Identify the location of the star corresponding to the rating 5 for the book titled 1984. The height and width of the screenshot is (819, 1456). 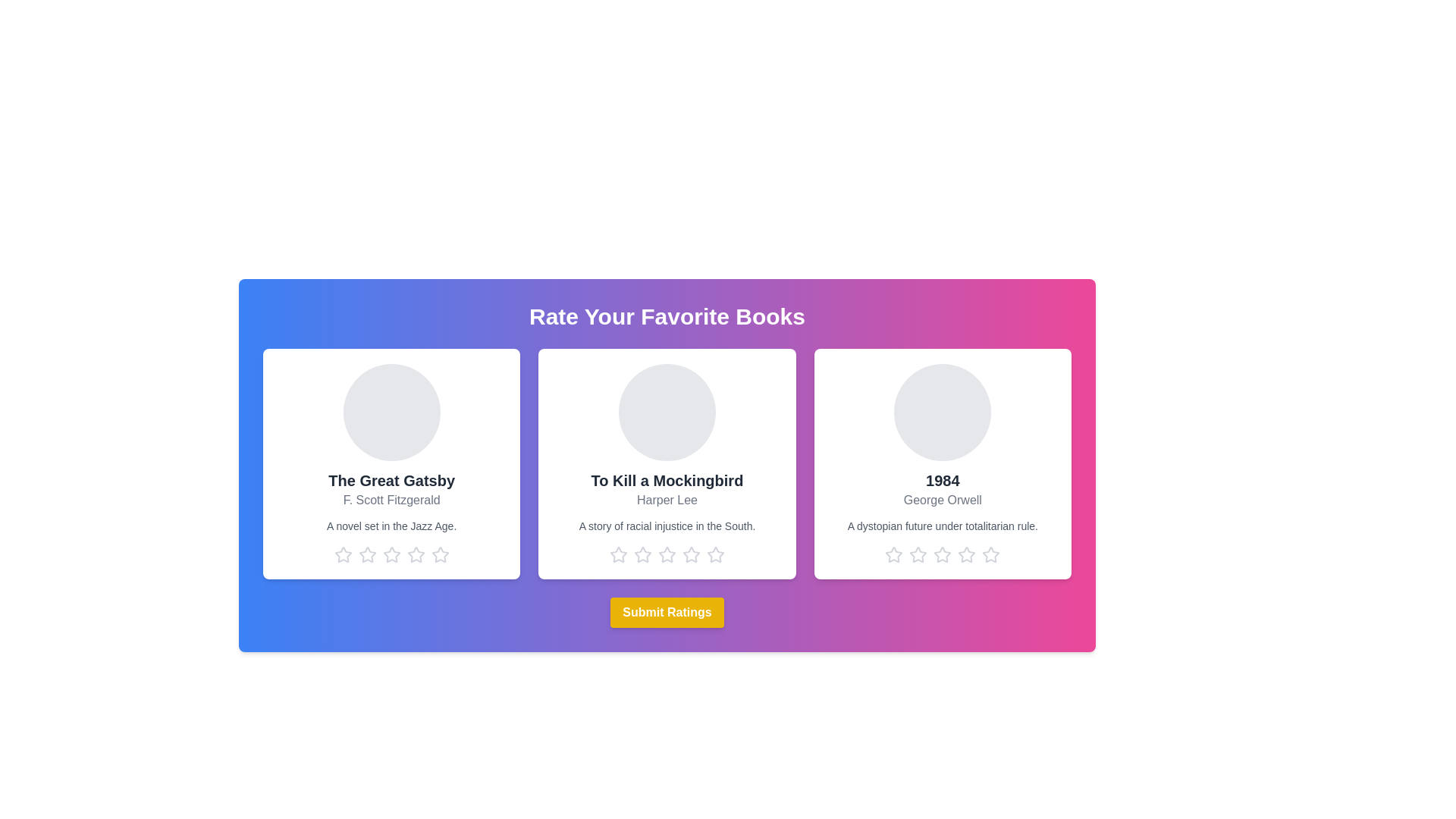
(991, 555).